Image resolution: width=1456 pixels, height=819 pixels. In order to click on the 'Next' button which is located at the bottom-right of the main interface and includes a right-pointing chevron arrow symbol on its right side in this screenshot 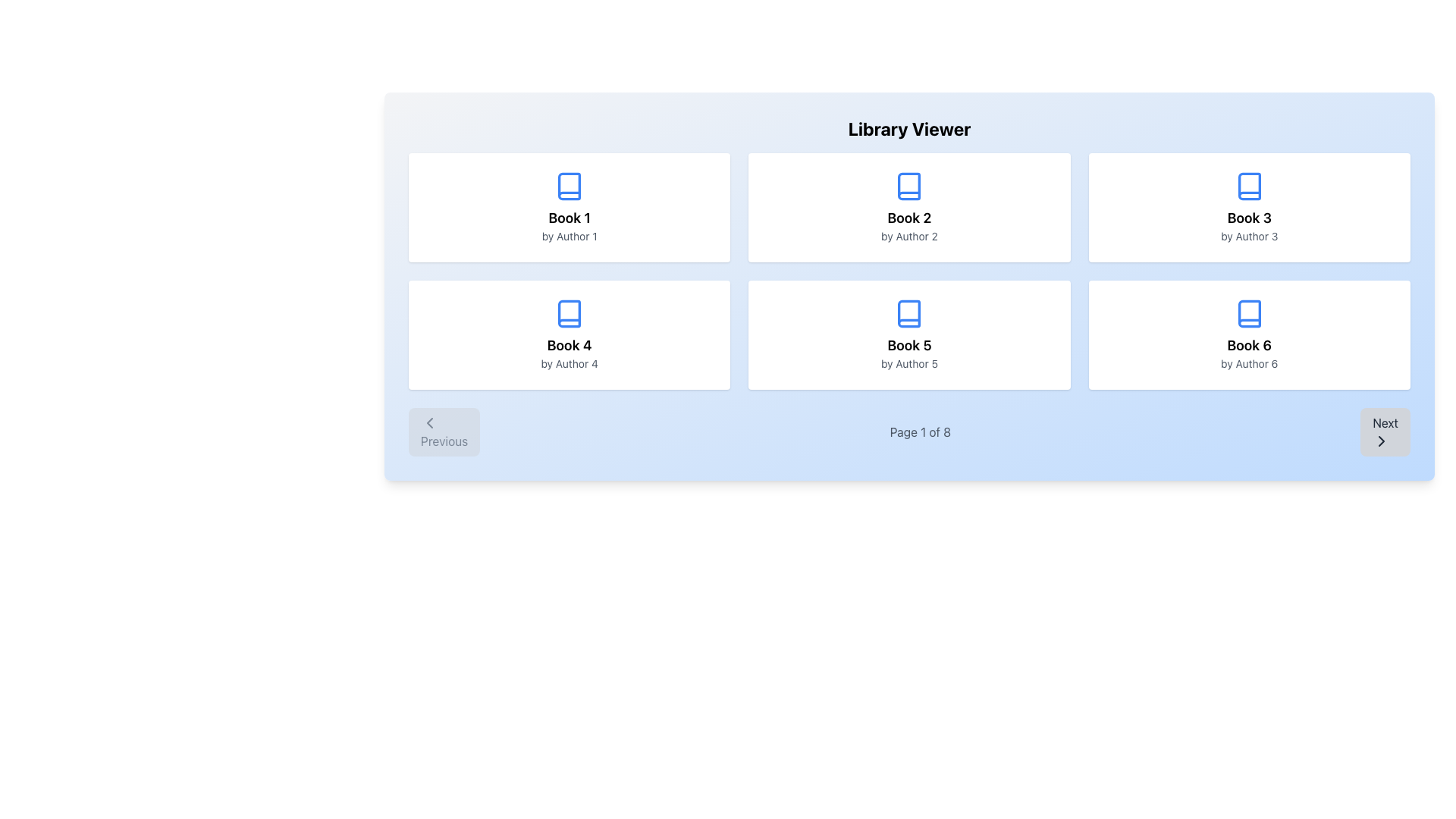, I will do `click(1382, 441)`.